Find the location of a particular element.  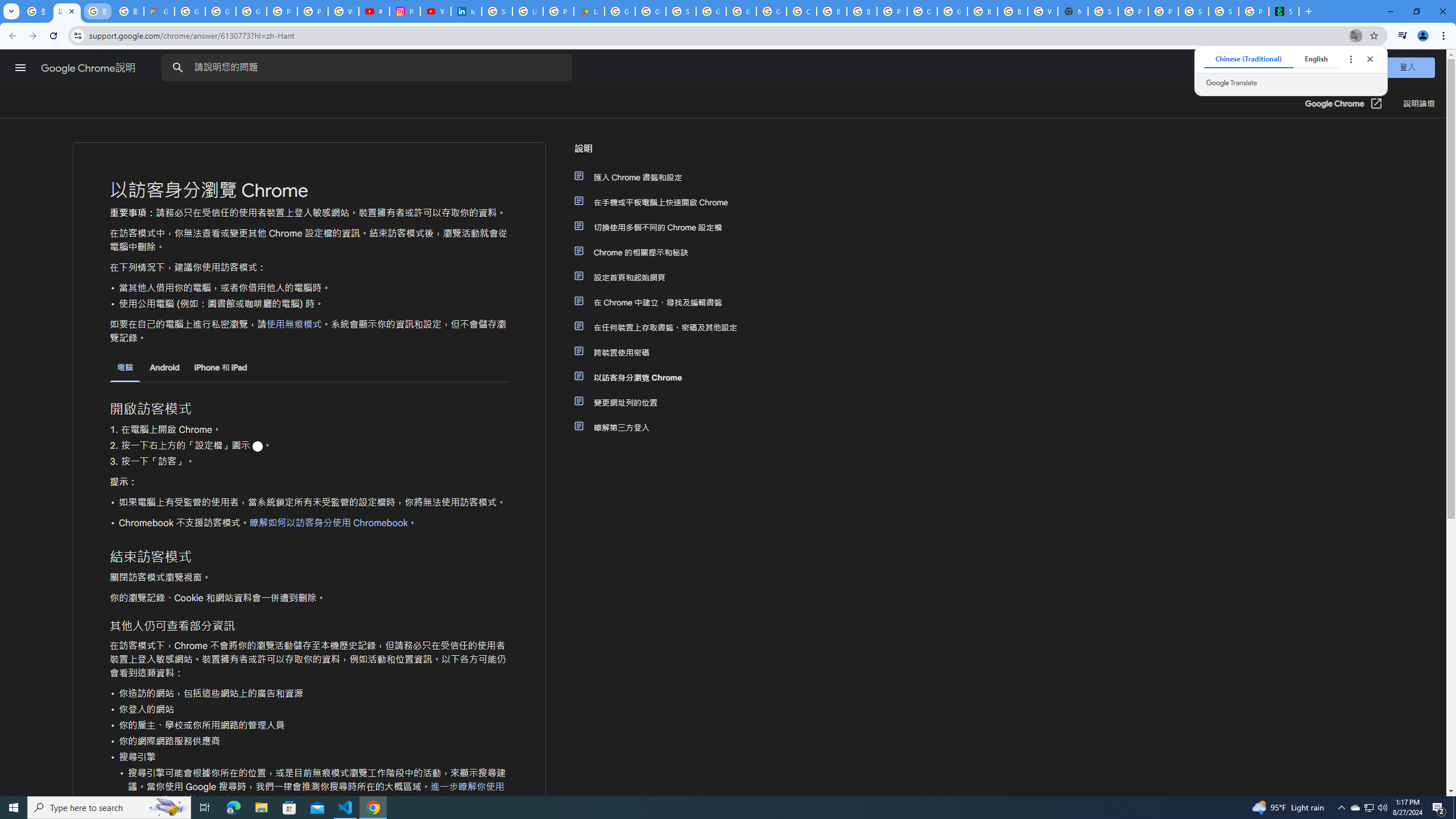

'Translate this page' is located at coordinates (1356, 35).